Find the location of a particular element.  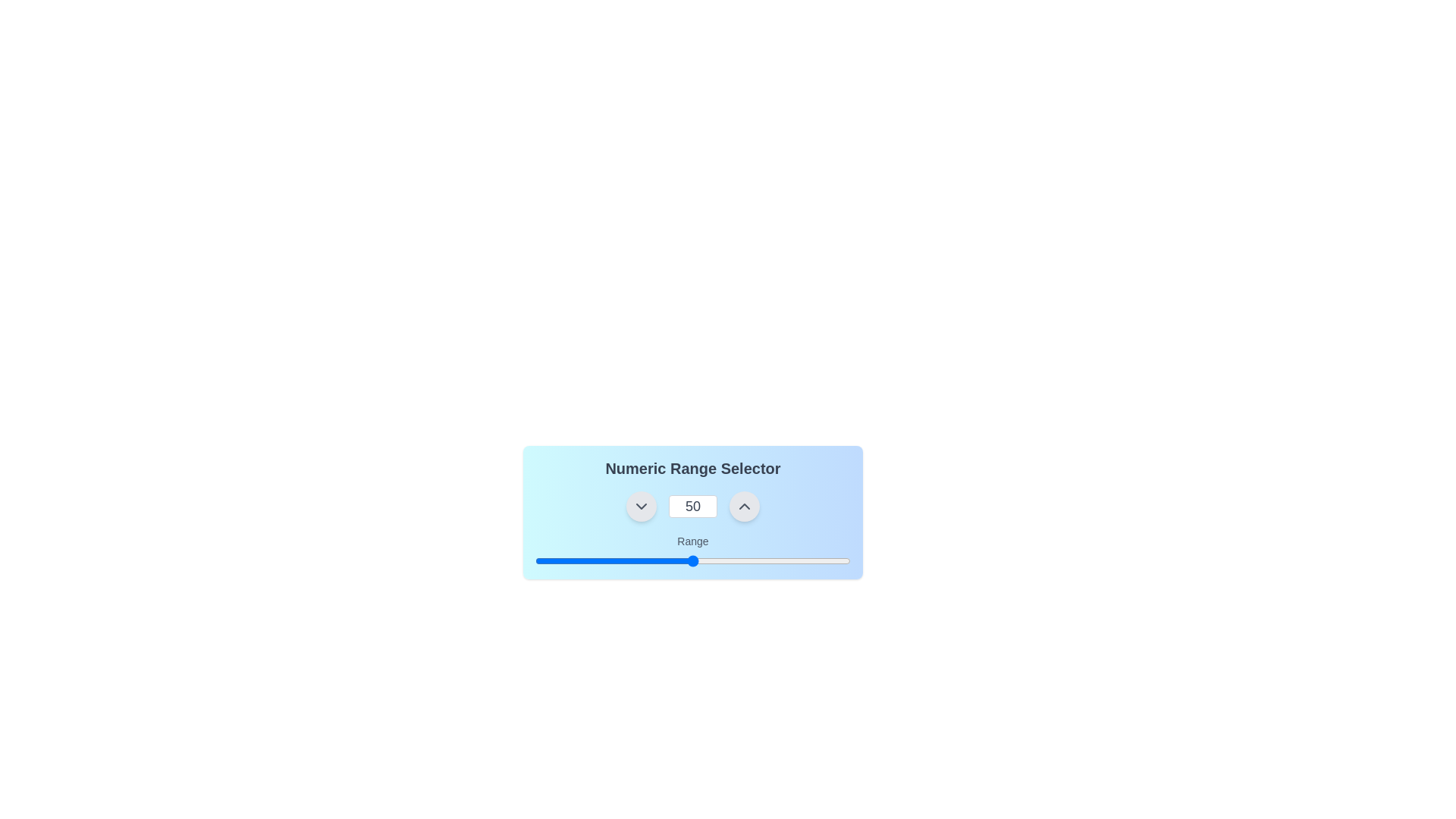

the small, downward-facing chevron icon with a gray color inside the circular button is located at coordinates (641, 506).